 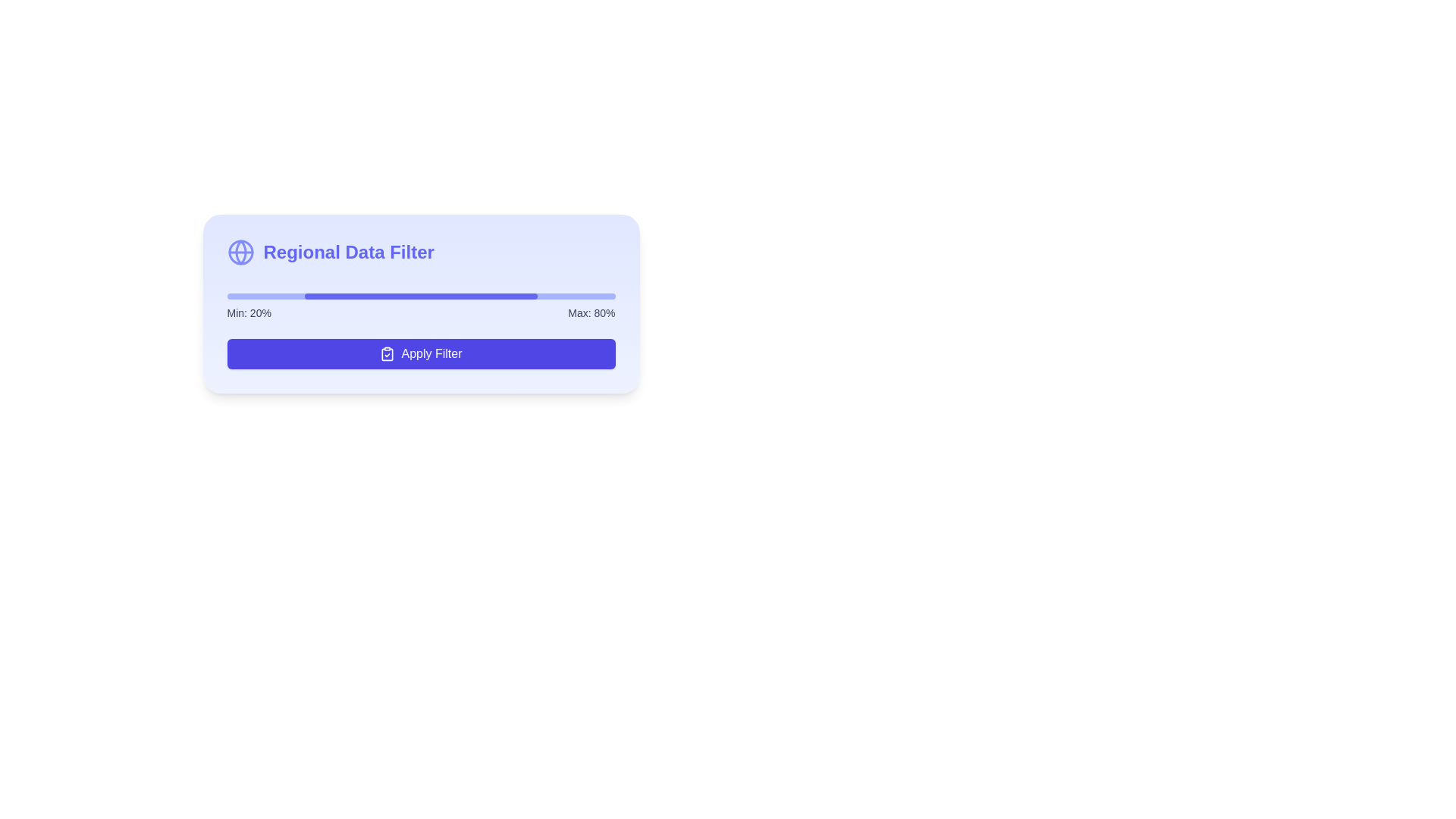 I want to click on the filter value, so click(x=409, y=296).